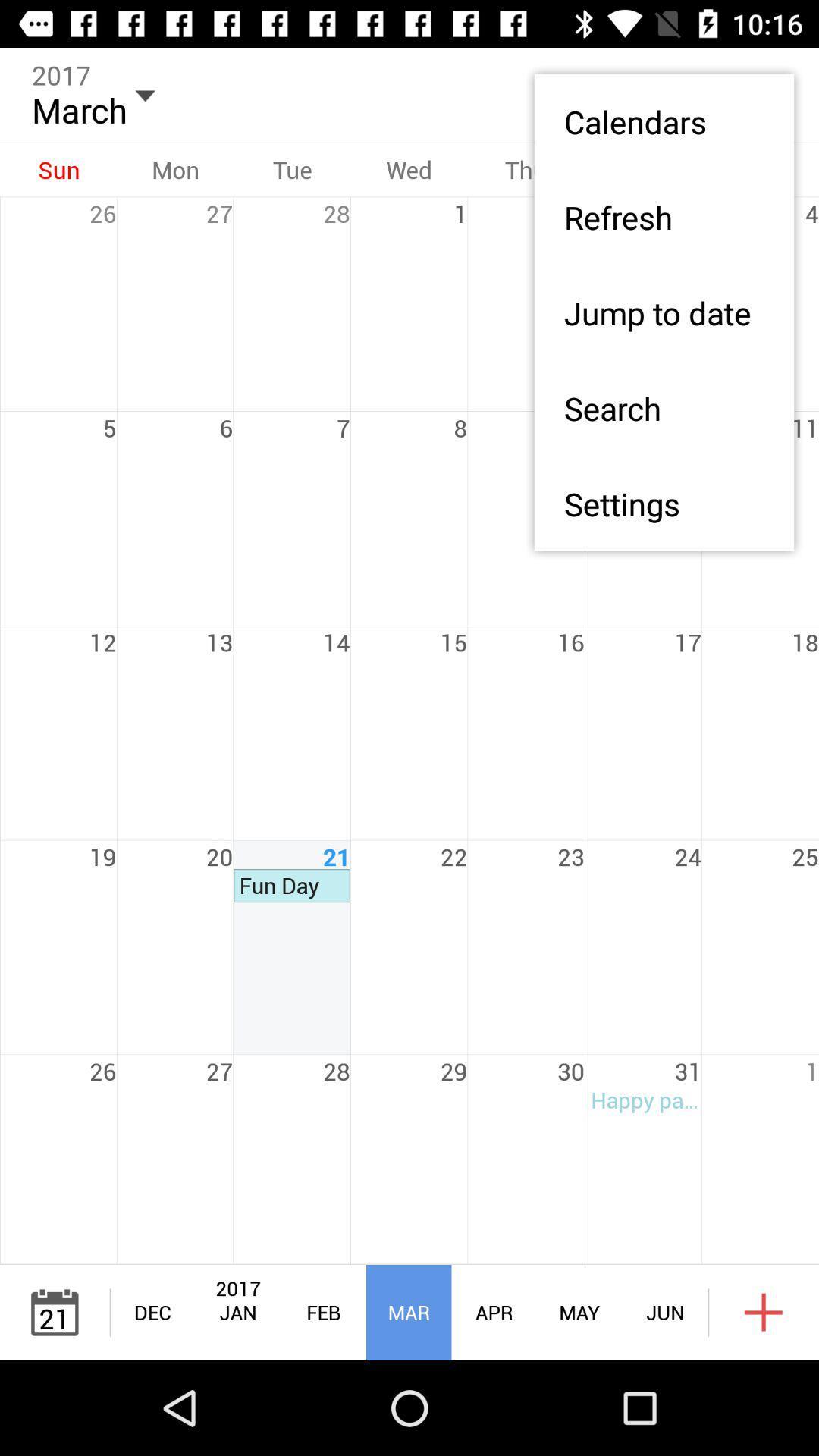 The height and width of the screenshot is (1456, 819). Describe the element at coordinates (663, 216) in the screenshot. I see `the refresh item` at that location.